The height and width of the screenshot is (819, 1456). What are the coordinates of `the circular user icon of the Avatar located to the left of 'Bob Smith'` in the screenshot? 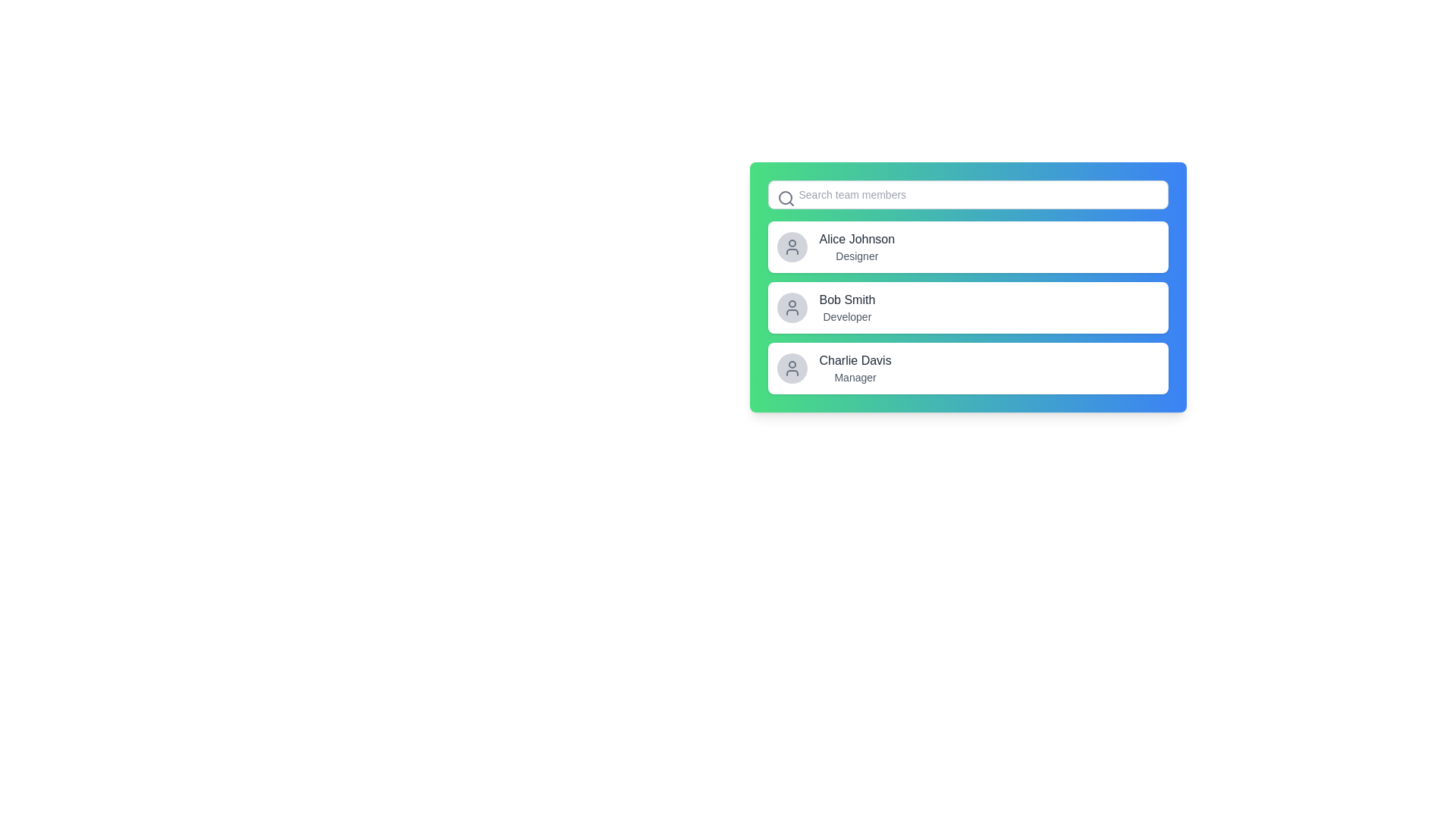 It's located at (791, 307).